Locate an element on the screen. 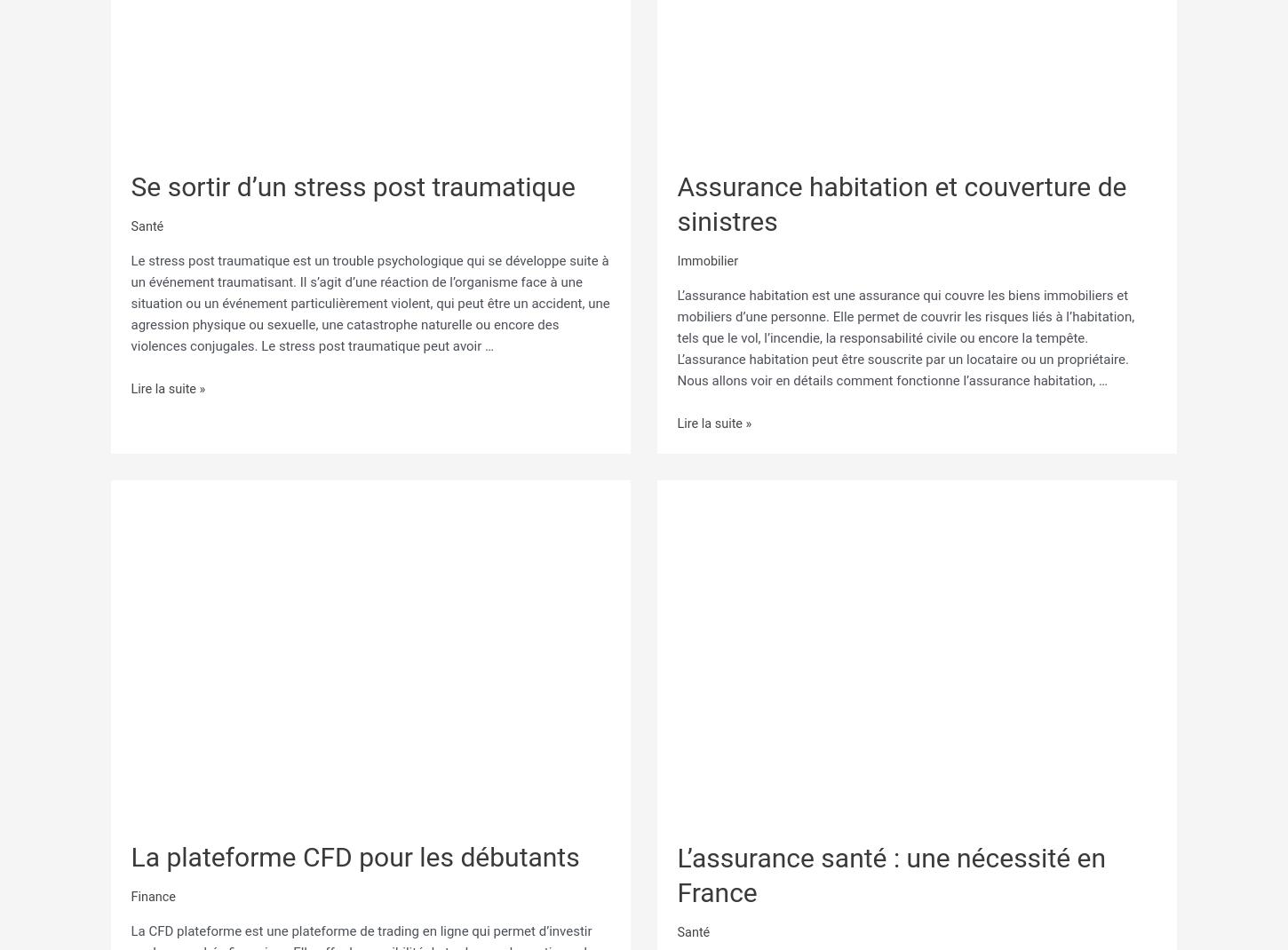 Image resolution: width=1288 pixels, height=950 pixels. 'Assurance habitation et couverture de sinistres' is located at coordinates (676, 202).